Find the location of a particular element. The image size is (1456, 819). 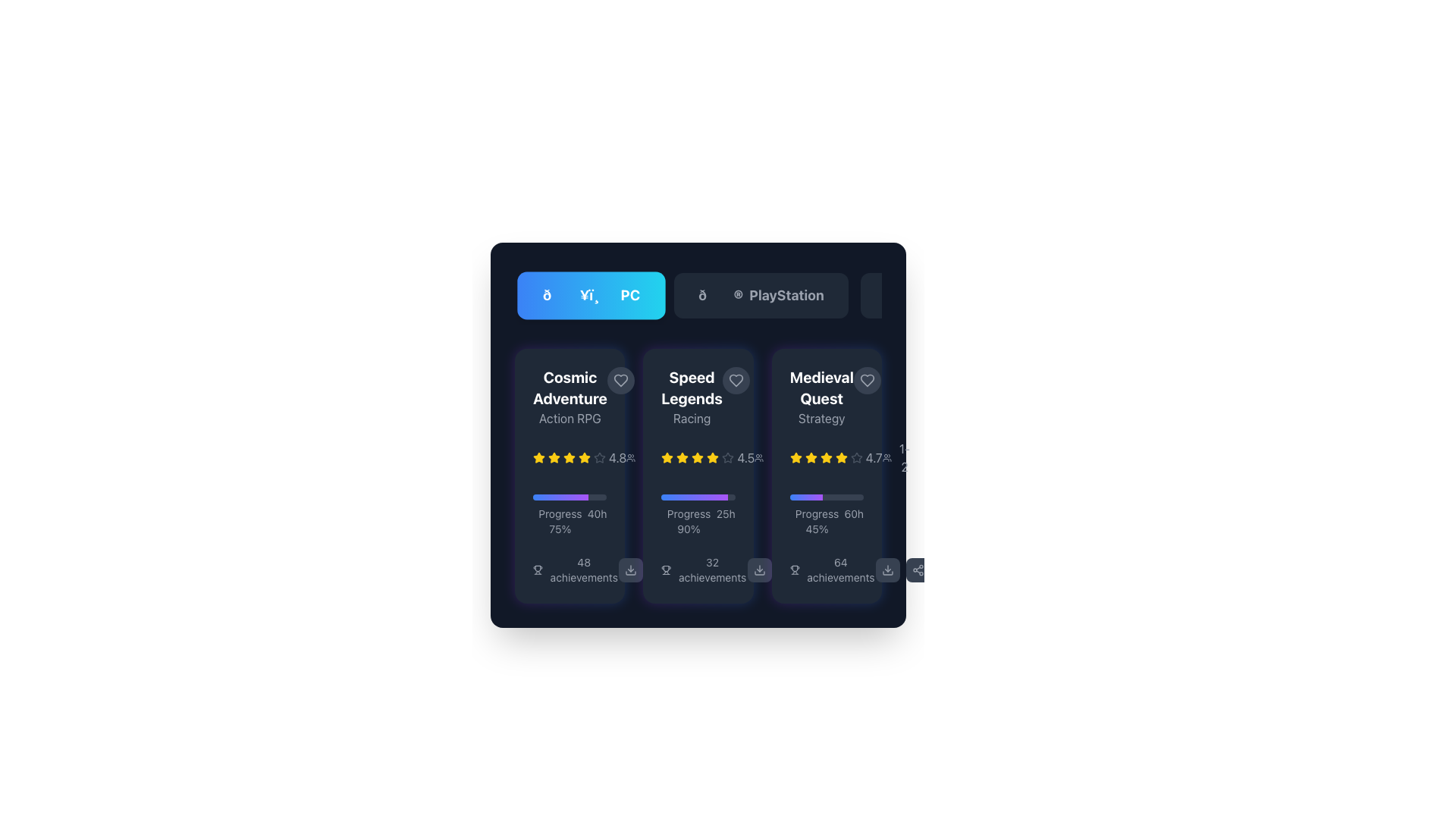

the styling of the text label 'Strategy', which is positioned below the title 'Medieval Quest' on the game information card in the grid layout is located at coordinates (821, 418).